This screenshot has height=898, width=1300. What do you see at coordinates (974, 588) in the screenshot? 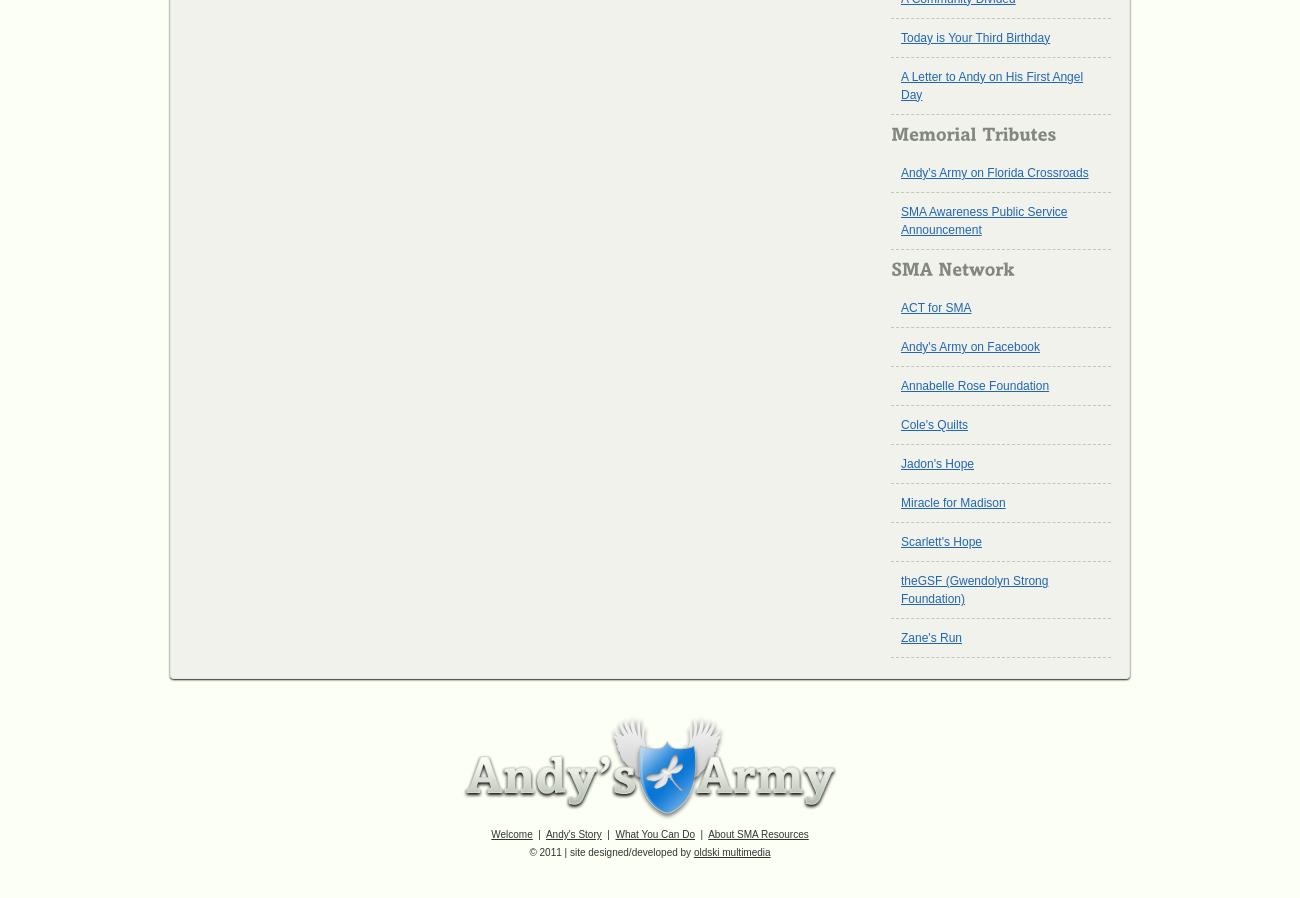
I see `'theGSF (Gwendolyn Strong Foundation)'` at bounding box center [974, 588].